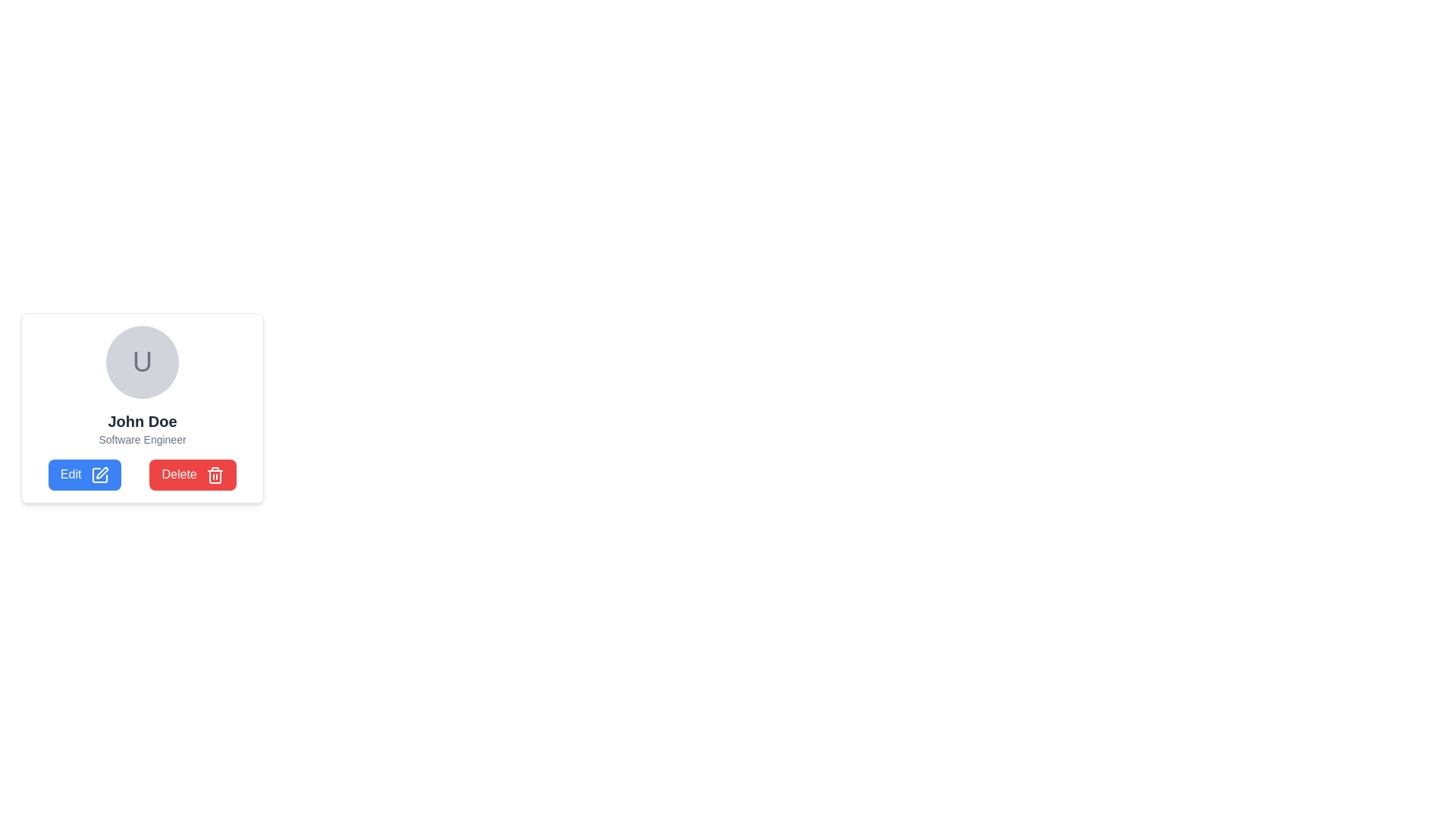  Describe the element at coordinates (142, 362) in the screenshot. I see `the circular gray avatar placeholder with the letter 'U' in dark gray, located at the top of the card UI containing the person's information` at that location.